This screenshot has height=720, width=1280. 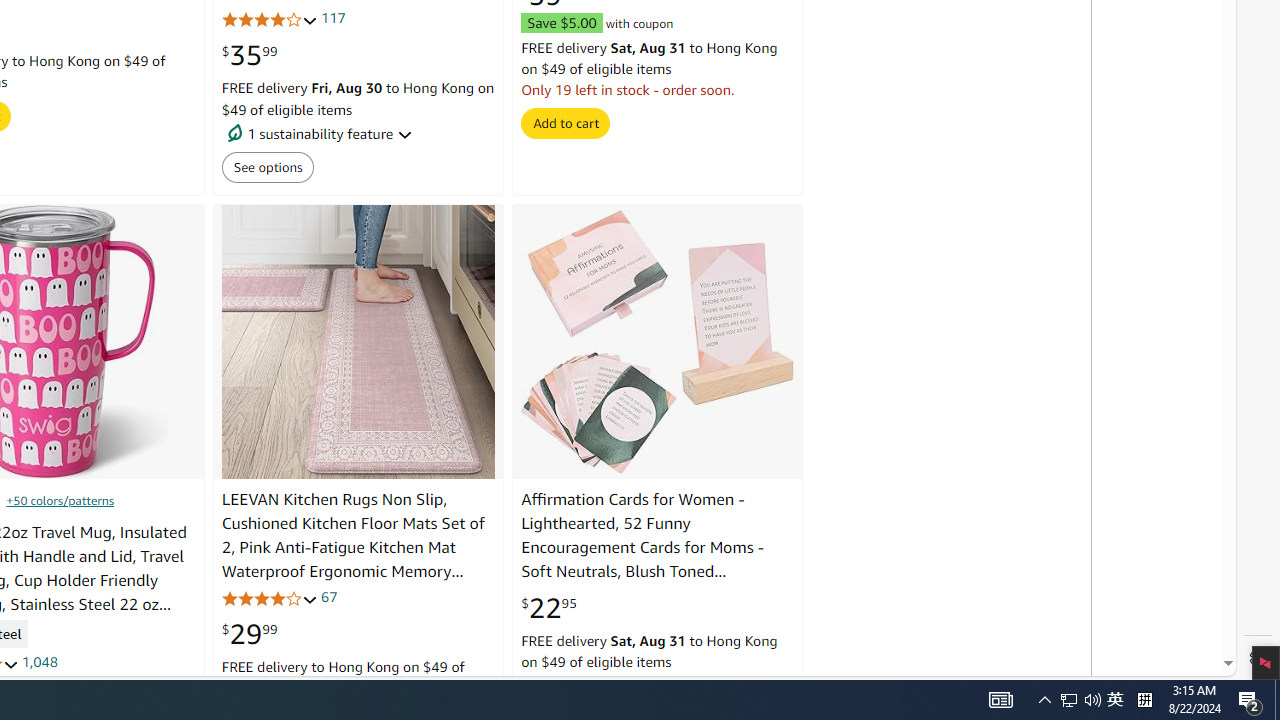 What do you see at coordinates (248, 55) in the screenshot?
I see `'$35.99'` at bounding box center [248, 55].